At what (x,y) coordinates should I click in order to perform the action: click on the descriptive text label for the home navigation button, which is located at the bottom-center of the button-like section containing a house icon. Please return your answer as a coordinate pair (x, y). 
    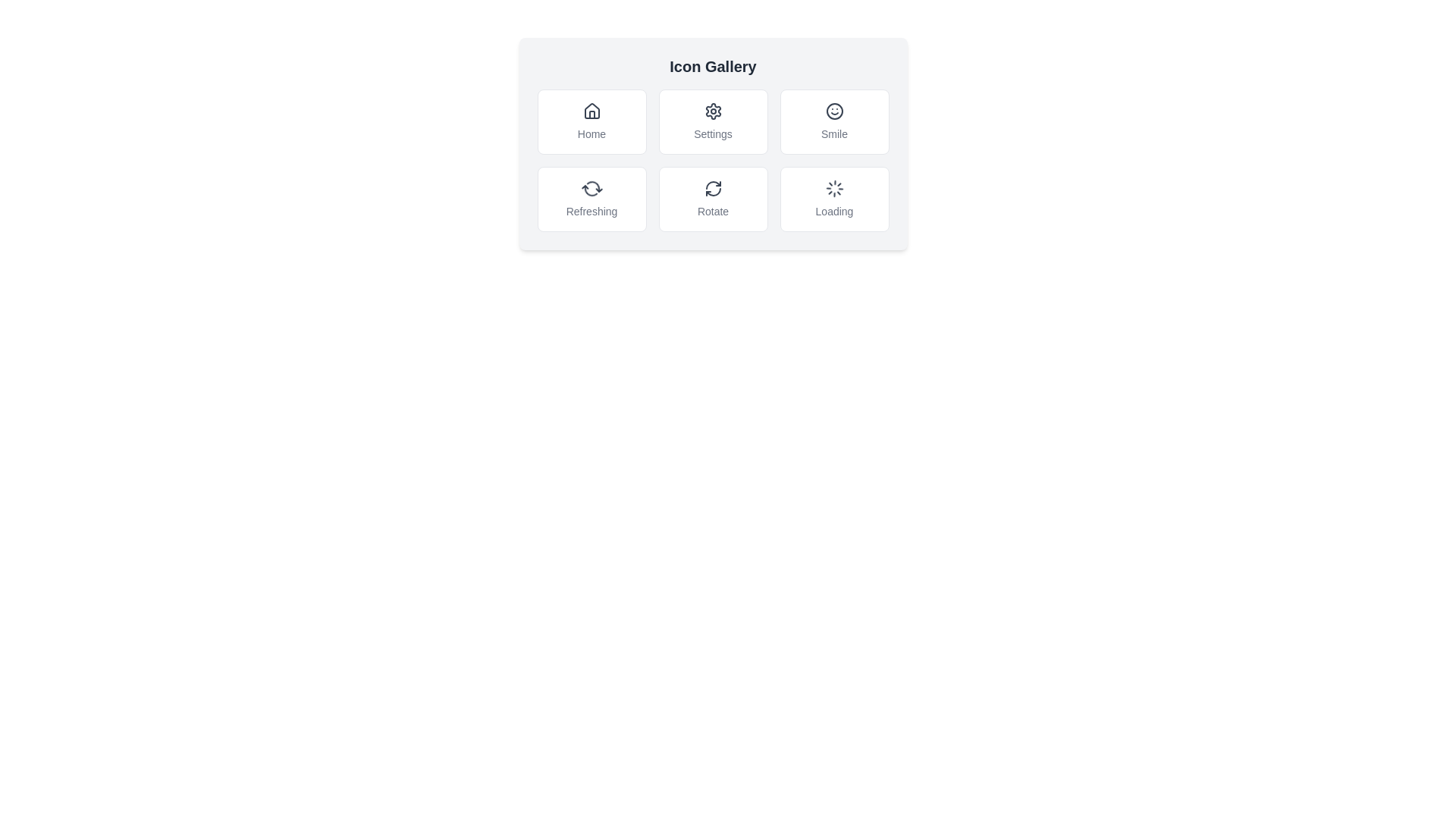
    Looking at the image, I should click on (591, 133).